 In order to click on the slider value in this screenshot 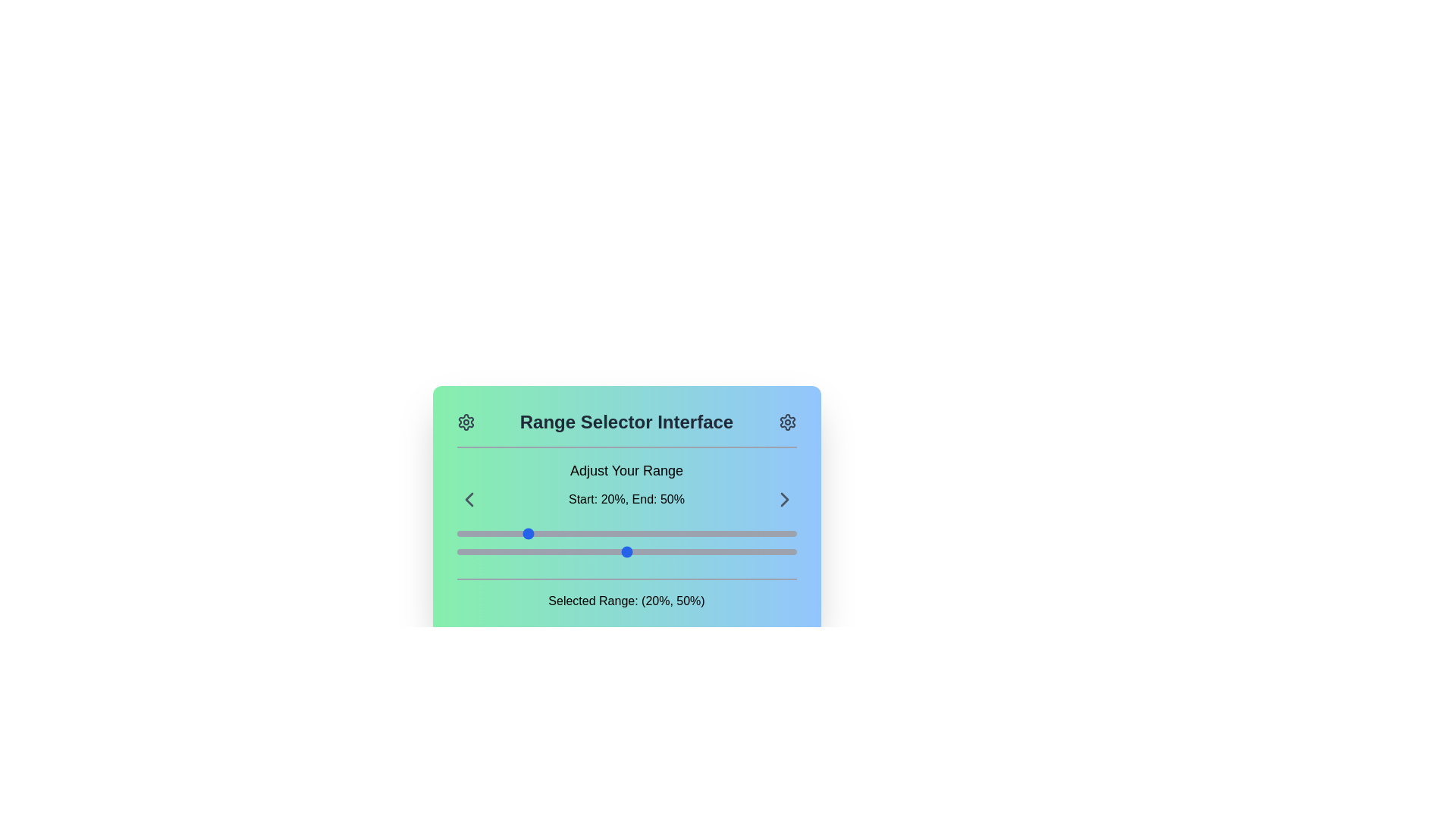, I will do `click(585, 552)`.